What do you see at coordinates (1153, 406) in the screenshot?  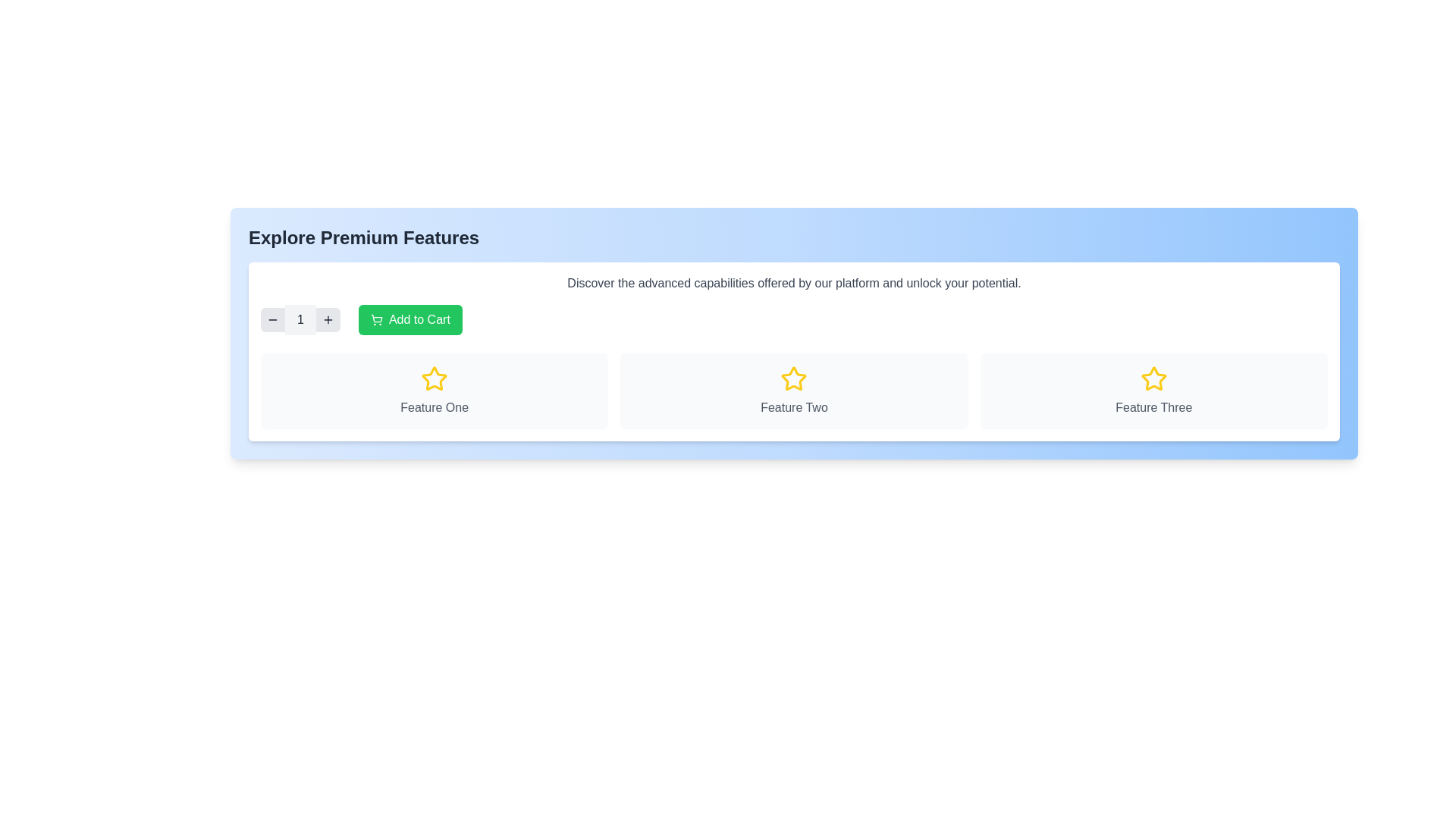 I see `the Text label located in the third column beneath the yellow star icon, within a rounded white background` at bounding box center [1153, 406].